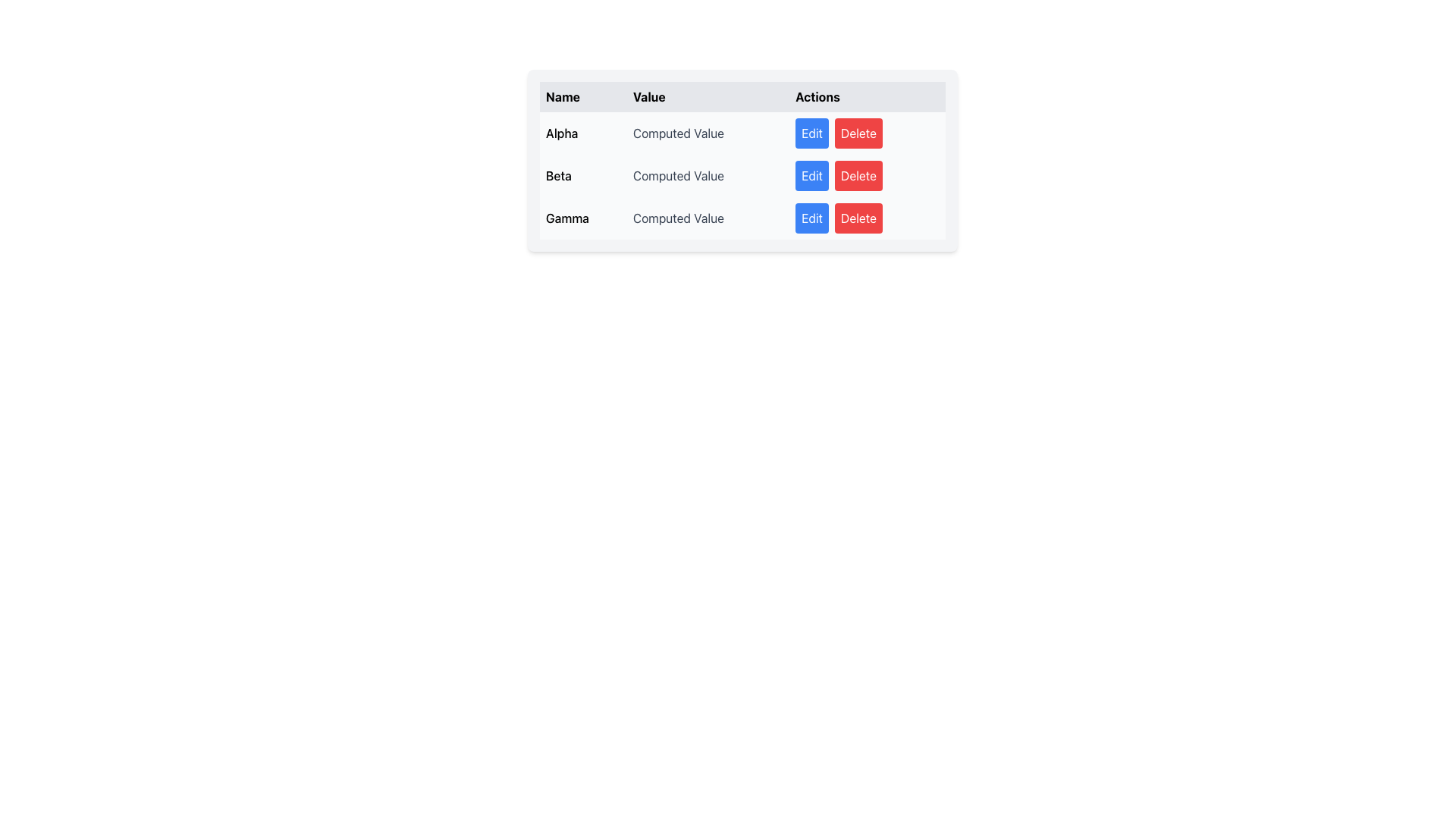 This screenshot has height=819, width=1456. What do you see at coordinates (708, 174) in the screenshot?
I see `the static text element displaying the computed value for 'Beta', located between the 'Beta' label and the 'Edit' and 'Delete' buttons` at bounding box center [708, 174].